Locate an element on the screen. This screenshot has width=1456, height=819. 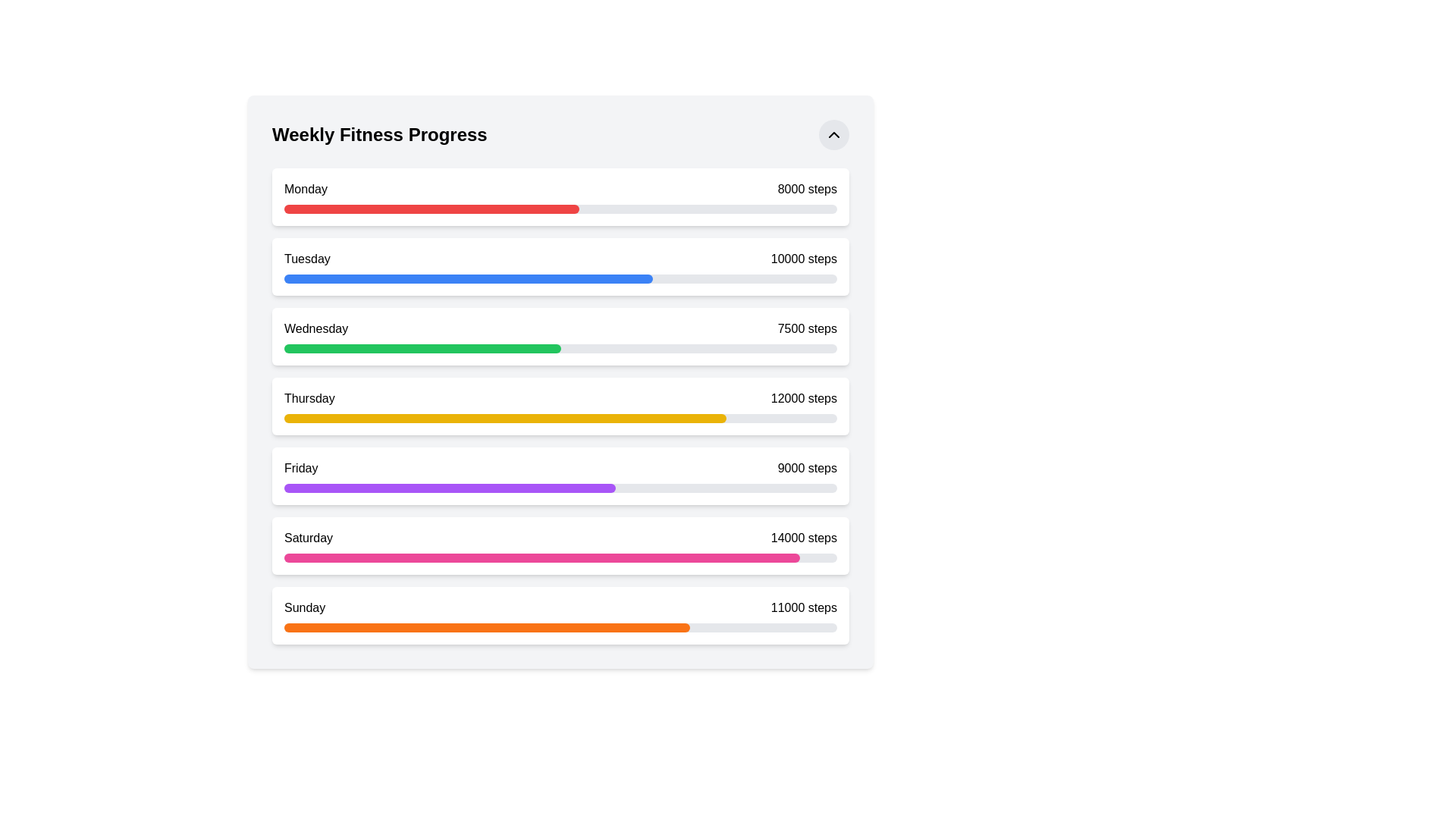
displayed text '14000 steps' from the text label located on the right side of the 'Saturday' row is located at coordinates (803, 537).